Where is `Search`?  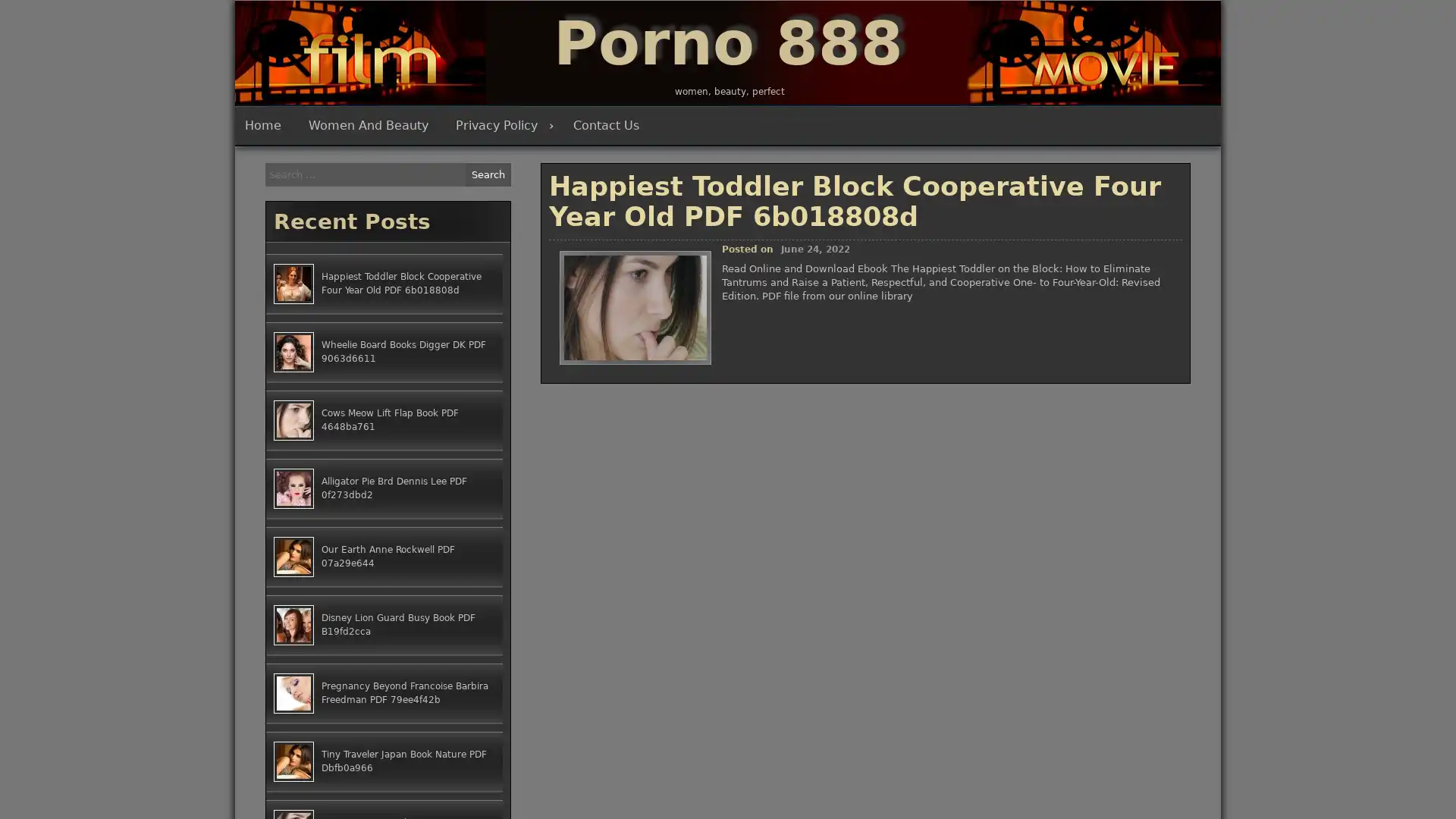
Search is located at coordinates (488, 174).